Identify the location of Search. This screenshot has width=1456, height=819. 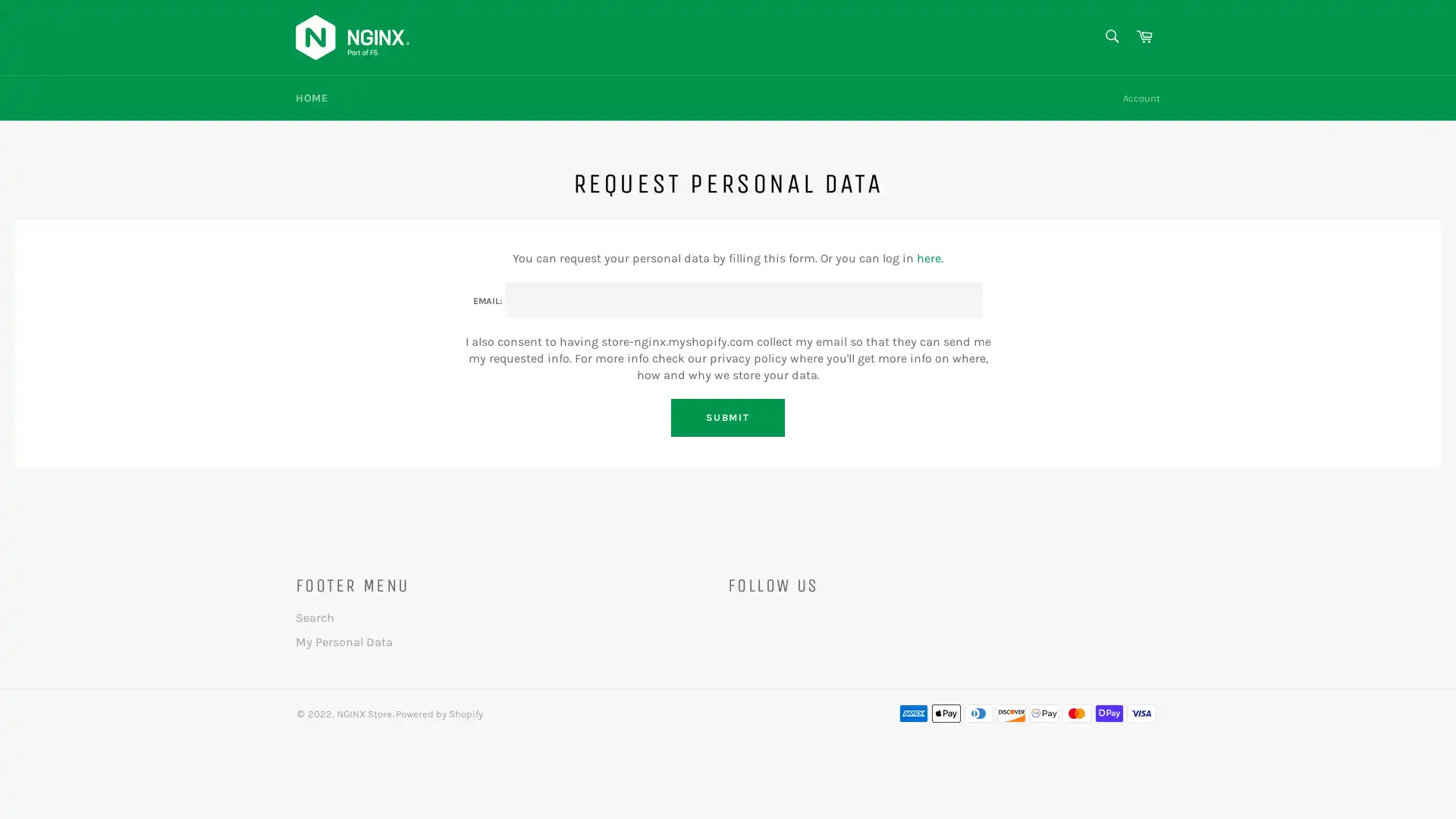
(1110, 35).